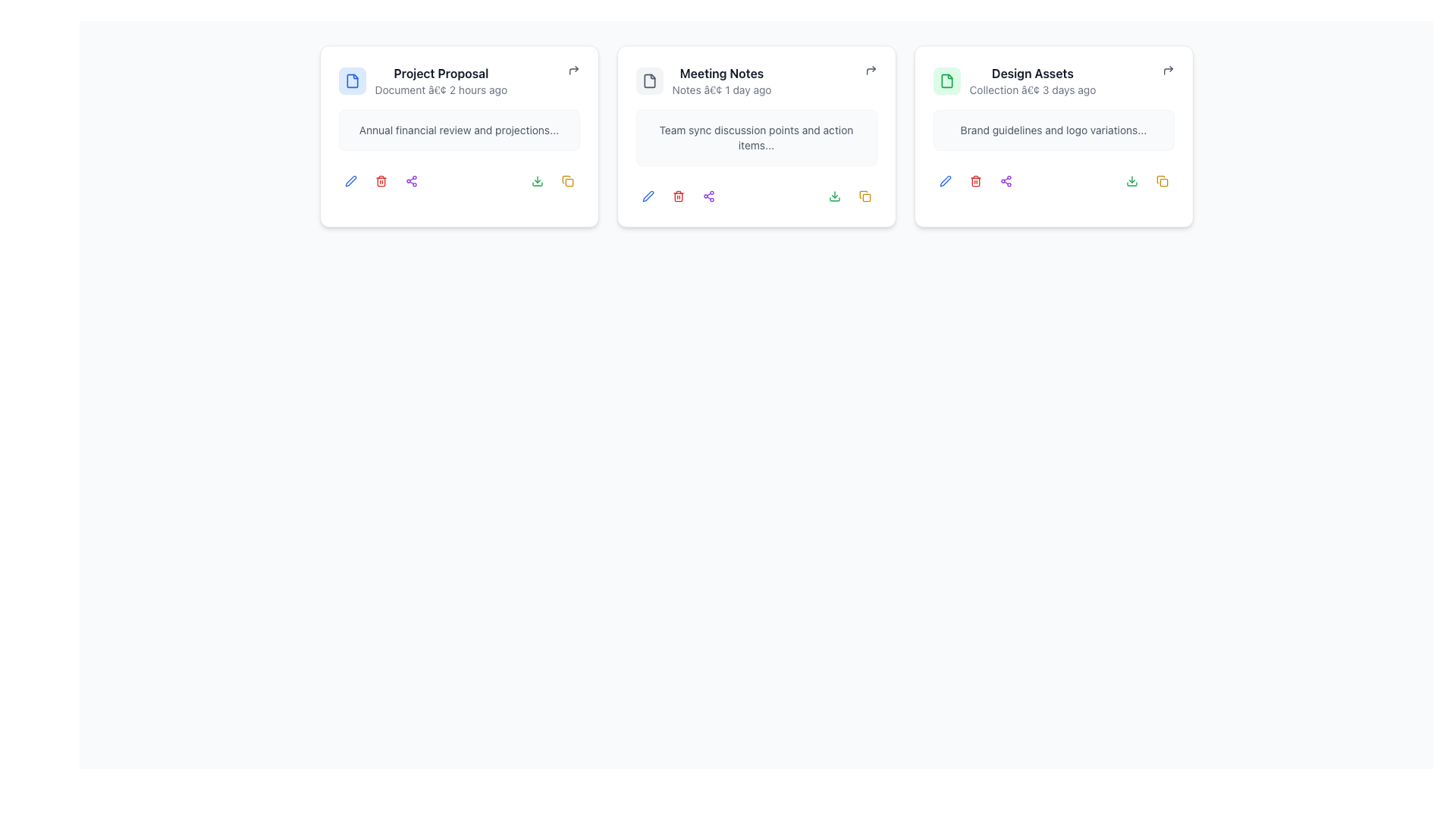 This screenshot has height=819, width=1456. What do you see at coordinates (708, 195) in the screenshot?
I see `the sharing icon button located in the secondary action bar beneath the 'Meeting Notes' card` at bounding box center [708, 195].